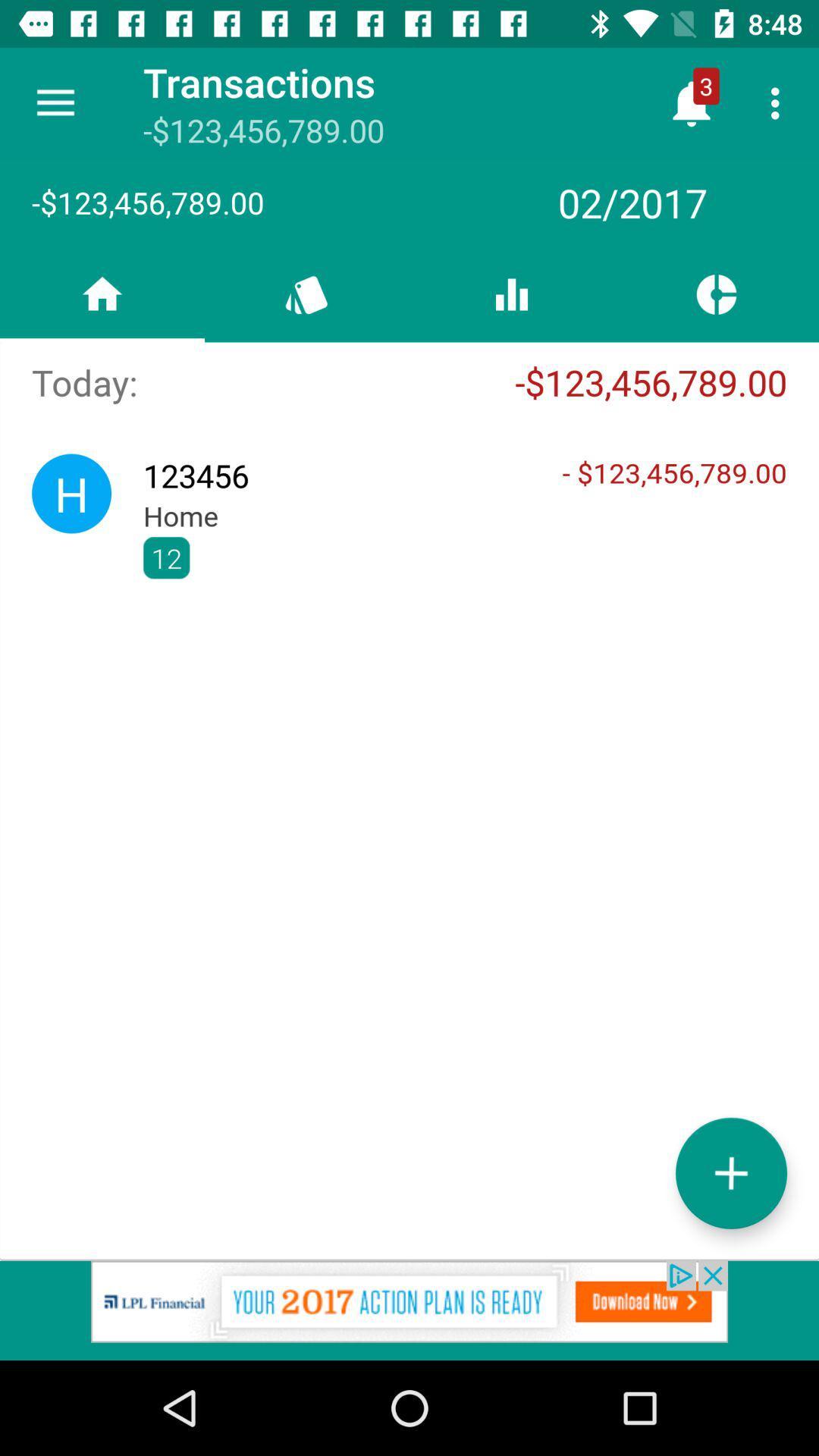 The width and height of the screenshot is (819, 1456). Describe the element at coordinates (464, 557) in the screenshot. I see `the ,,  icon` at that location.